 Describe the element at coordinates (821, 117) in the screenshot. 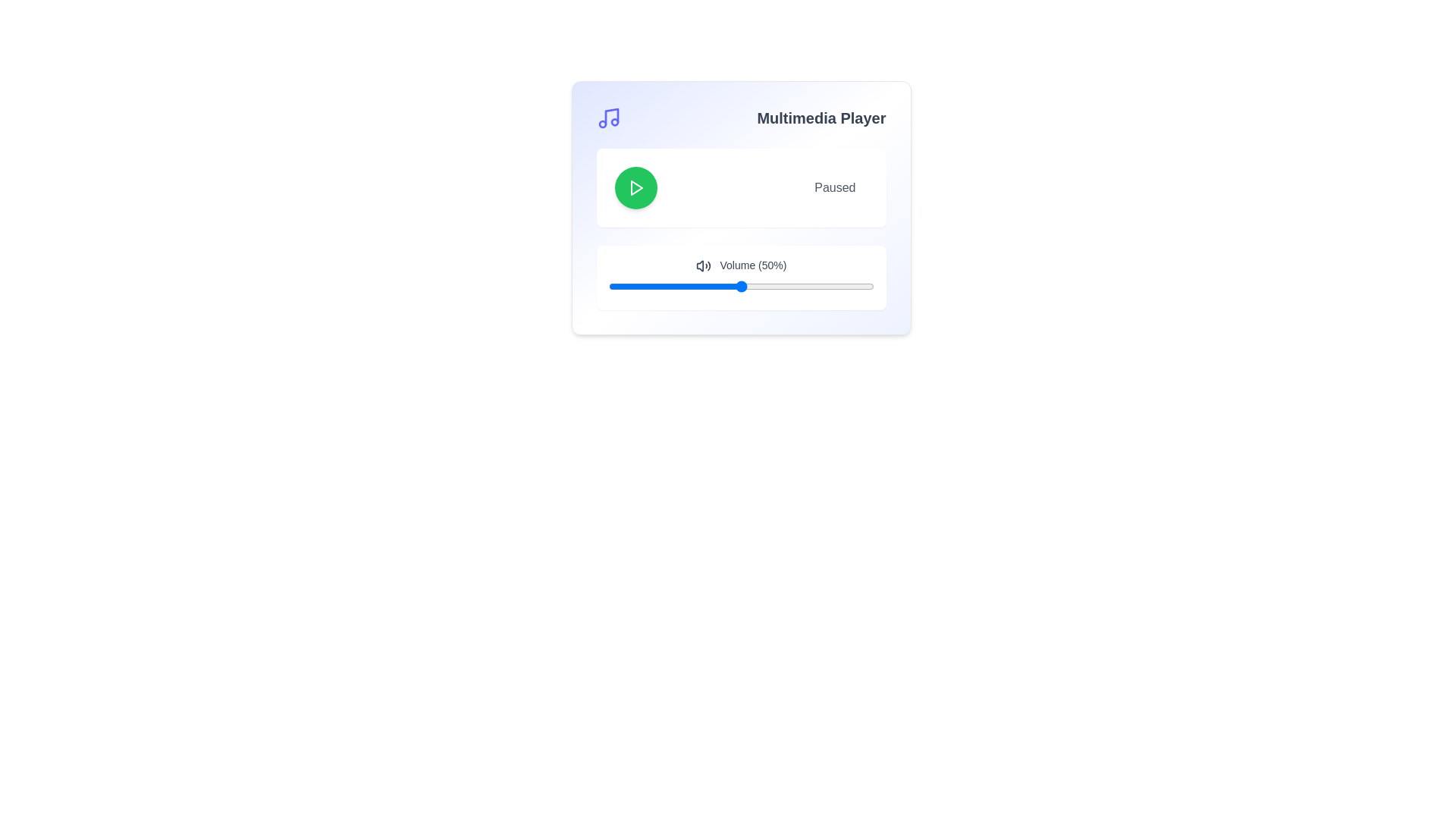

I see `the text label located in the upper-right corner of the multimedia player, which serves as a header for the section` at that location.